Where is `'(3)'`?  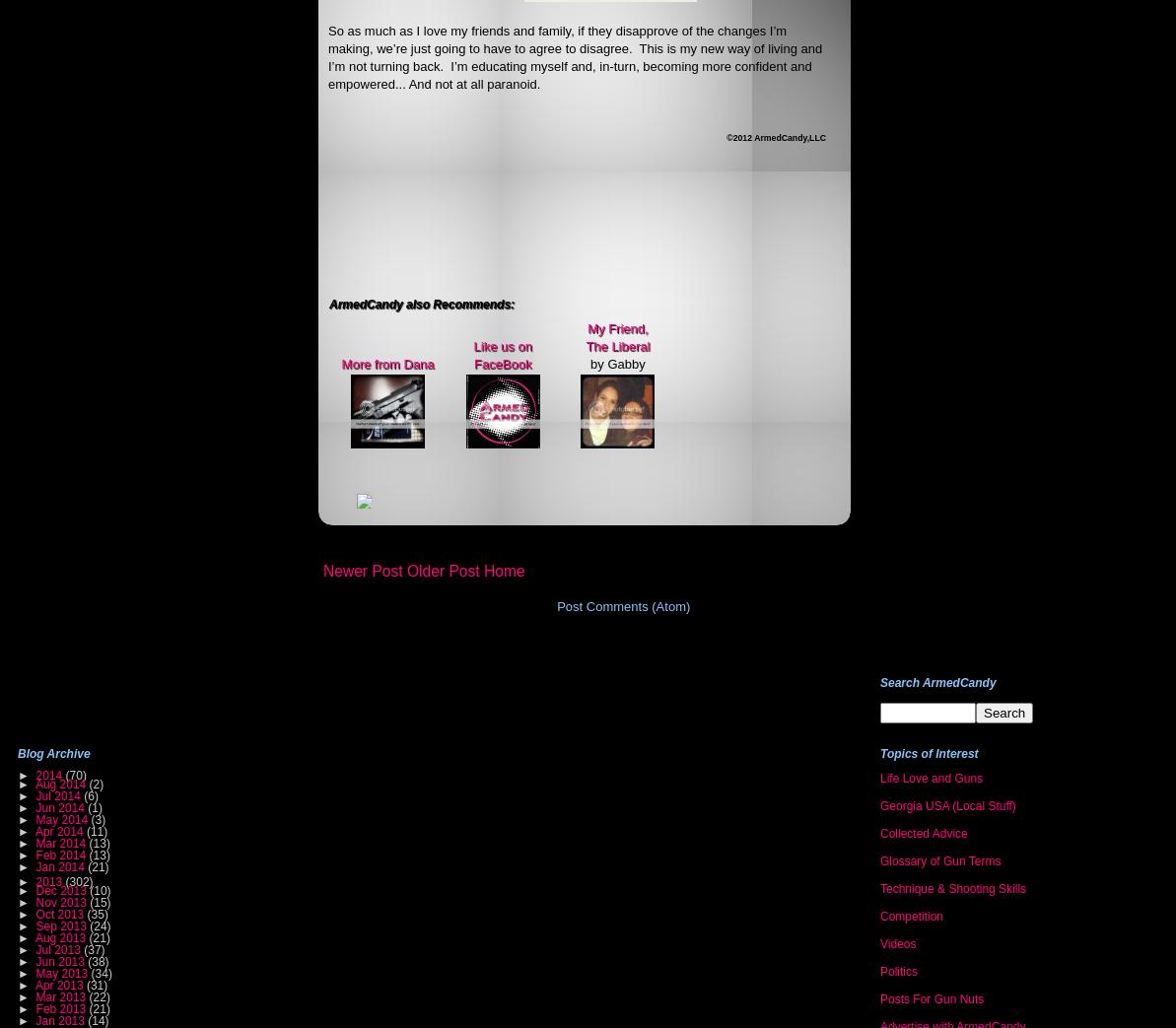 '(3)' is located at coordinates (97, 818).